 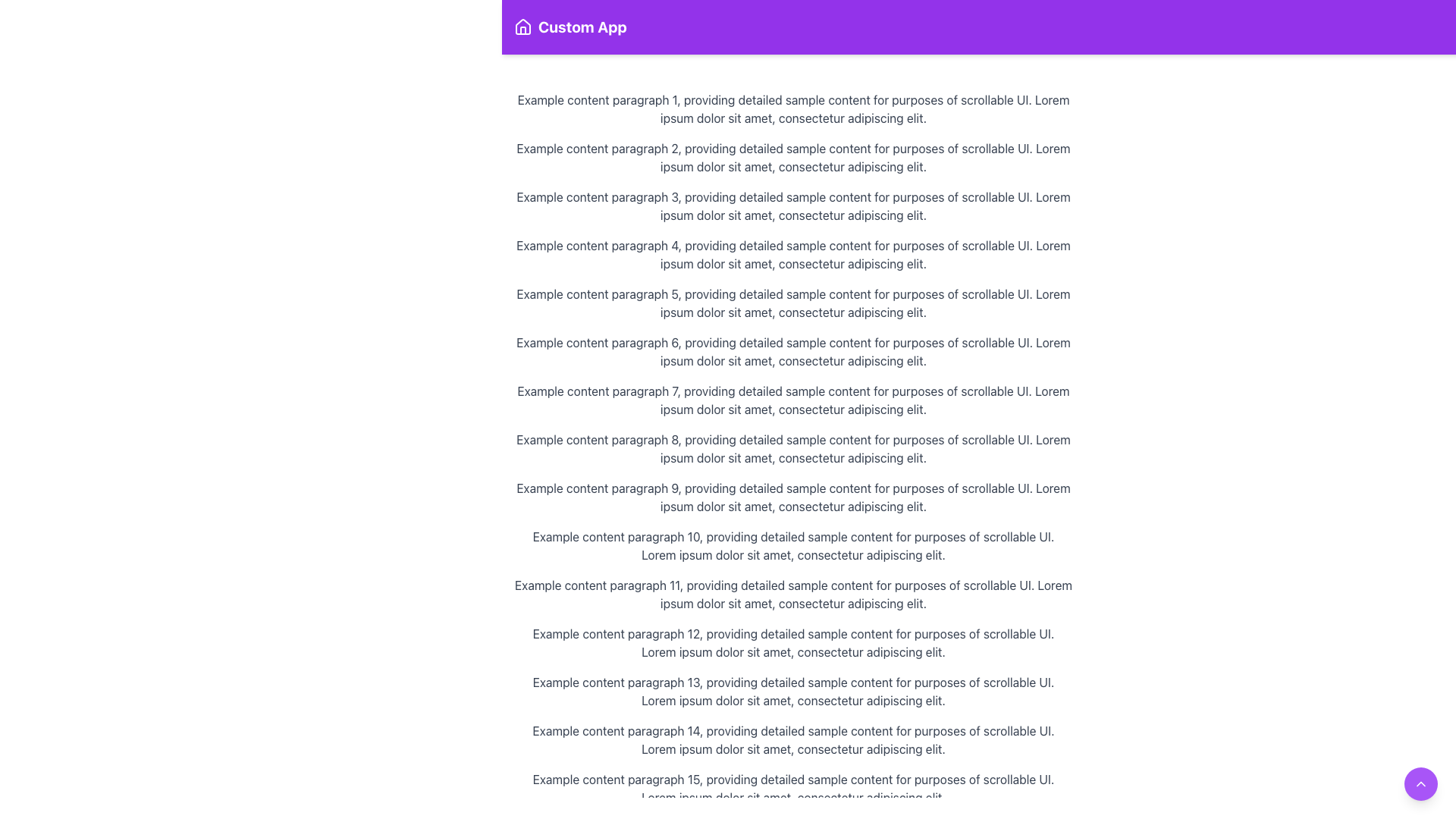 I want to click on the text content block that starts with 'Example content paragraph 7', which is styled with a gray font color against a white background and is the seventh item in a scrollable list of paragraphs, so click(x=792, y=400).